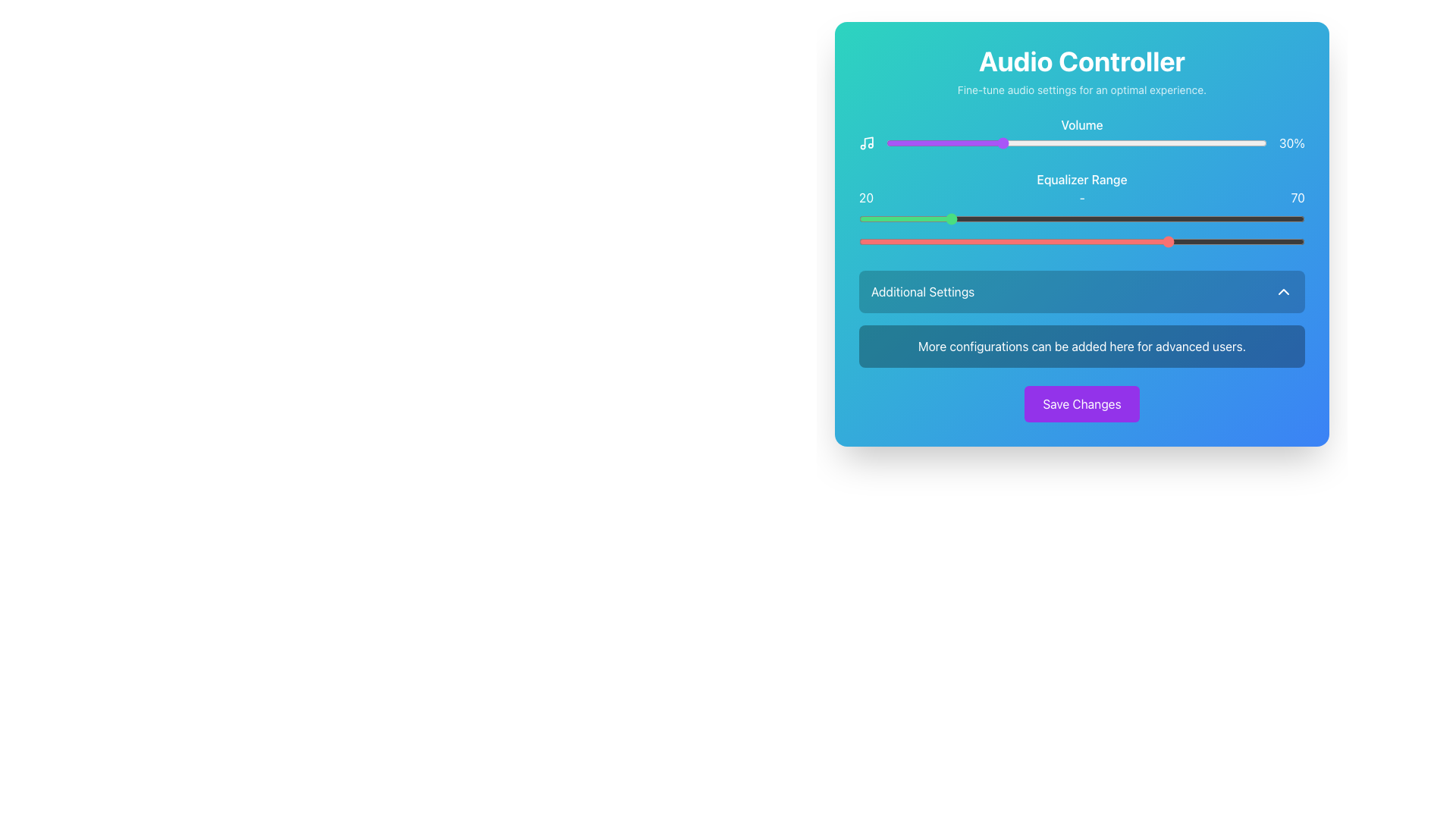  Describe the element at coordinates (1205, 143) in the screenshot. I see `the slider` at that location.